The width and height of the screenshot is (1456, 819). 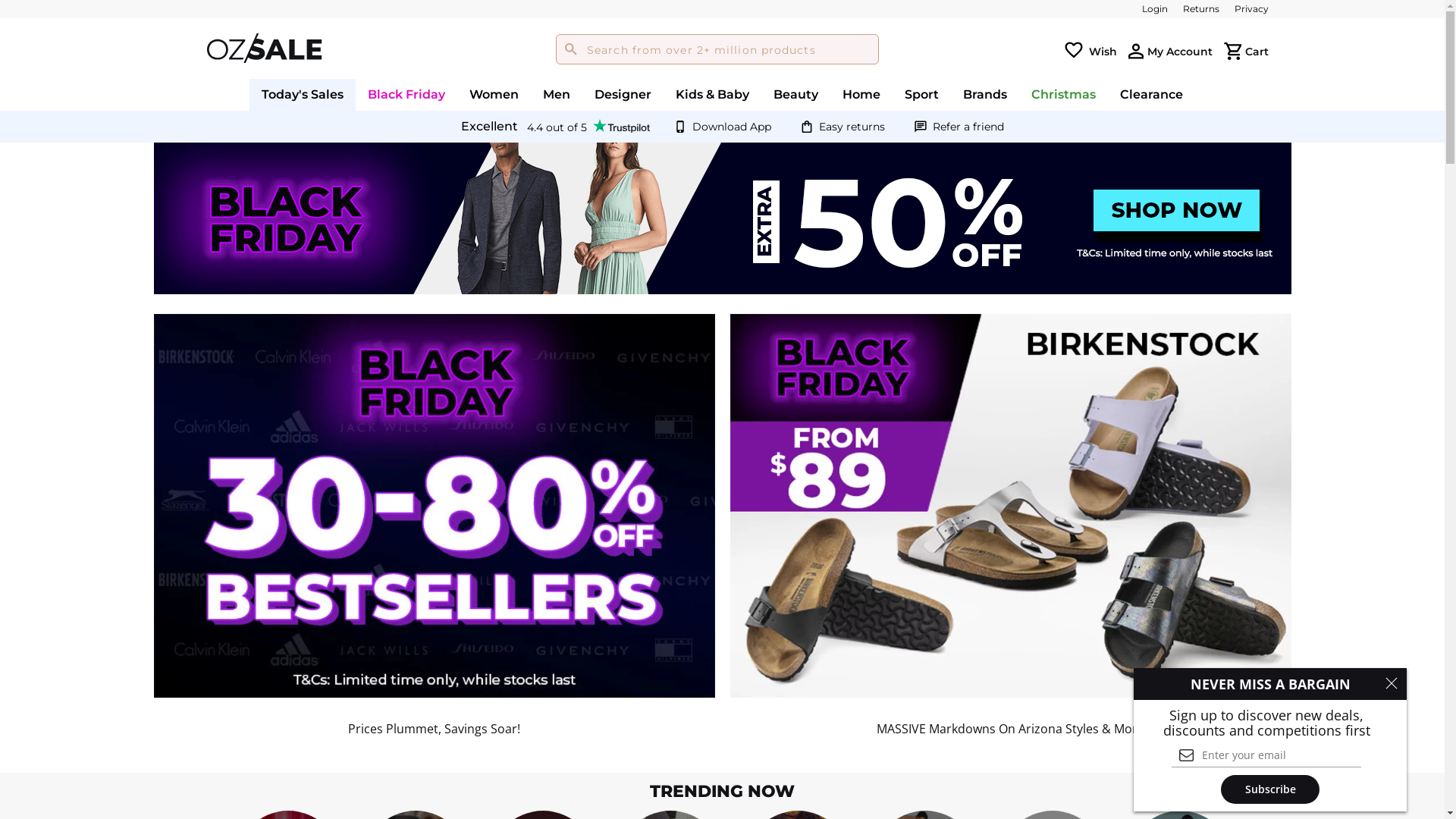 I want to click on 'Designer', so click(x=623, y=94).